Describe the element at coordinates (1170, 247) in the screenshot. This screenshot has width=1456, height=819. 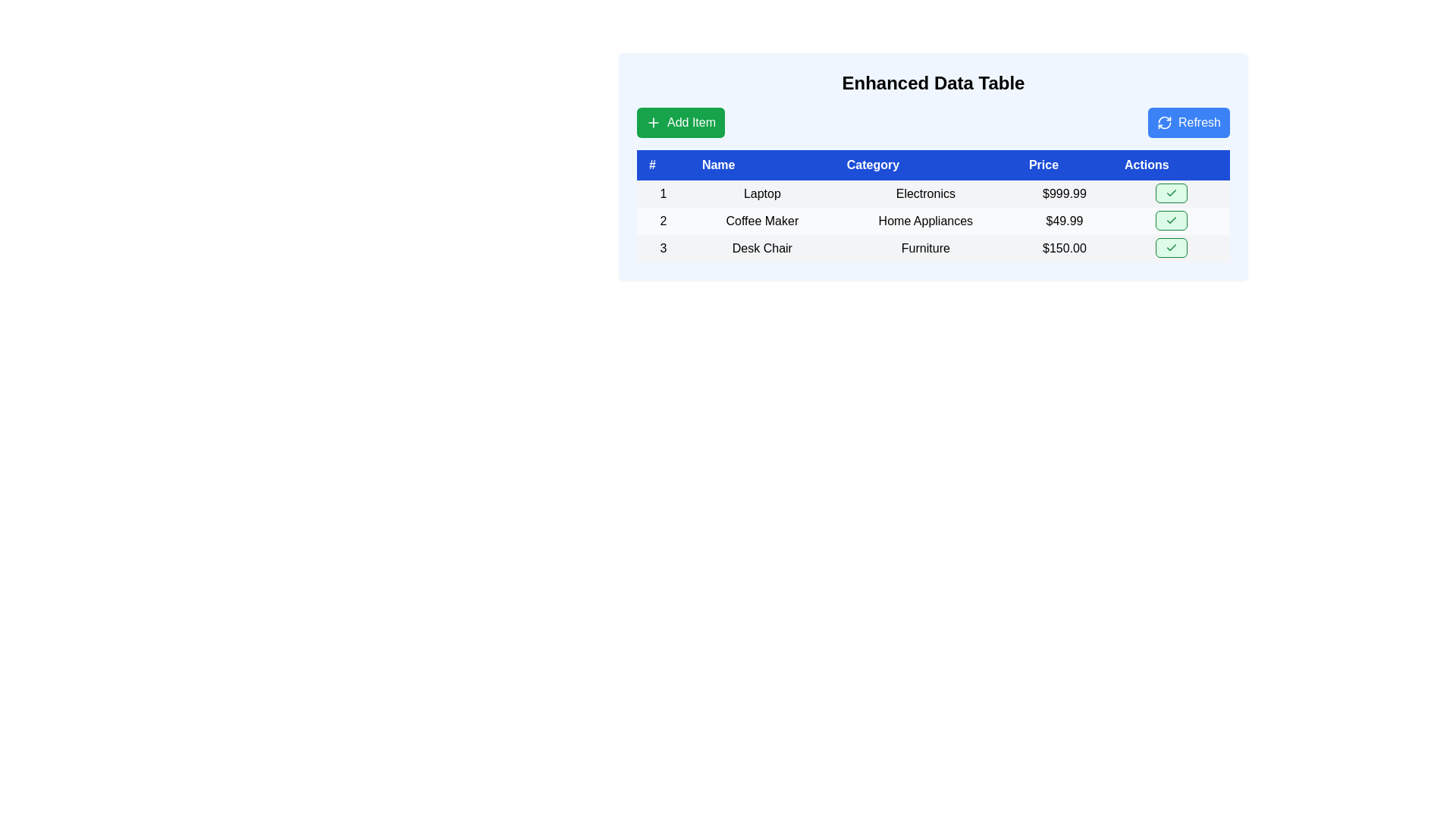
I see `the confirmation button with a checkmark icon located in the 'Actions' column of the third row in the data table for the 'Desk Chair' entry to confirm the associated action` at that location.